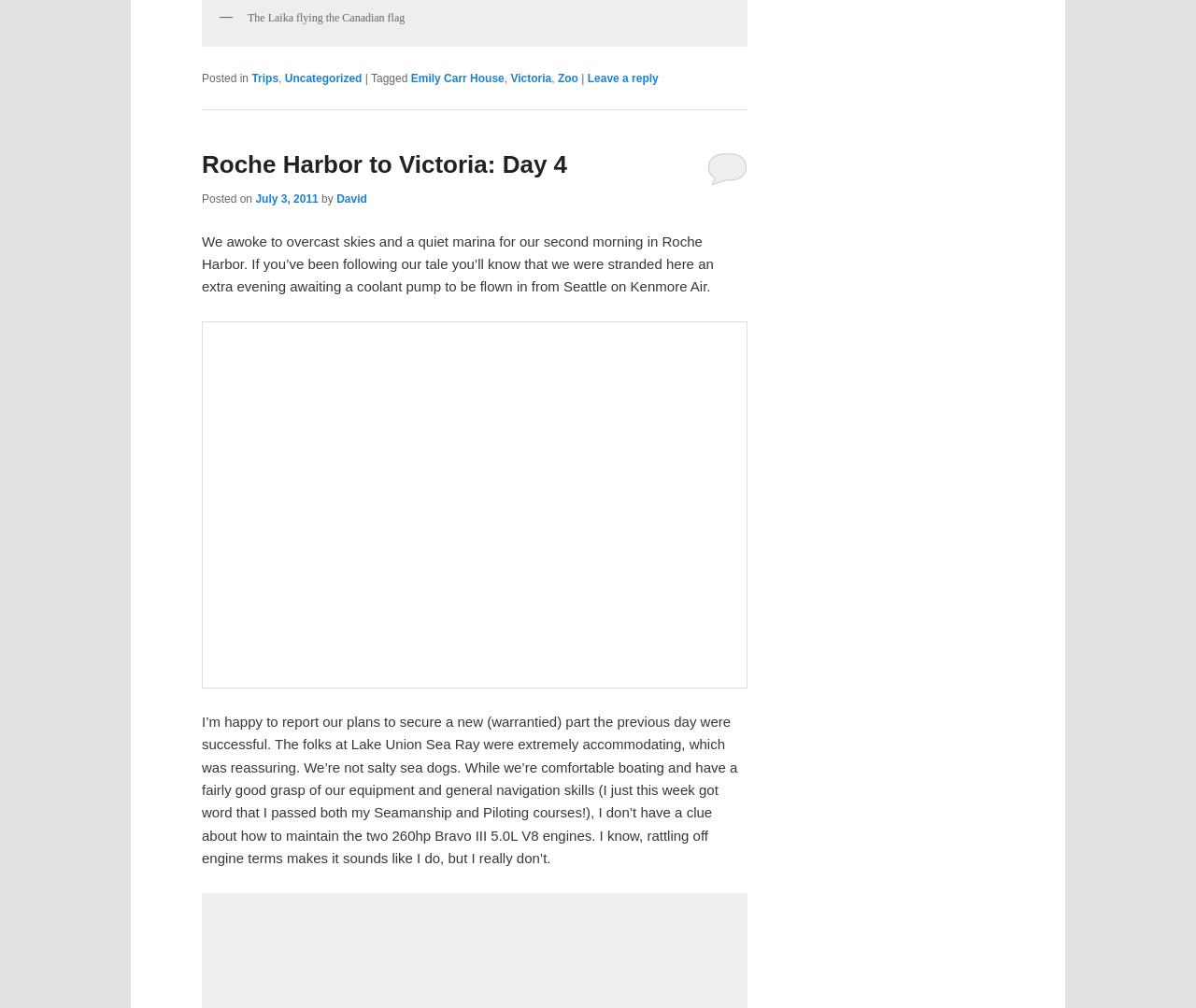 This screenshot has height=1008, width=1196. I want to click on 'Zoo', so click(565, 76).